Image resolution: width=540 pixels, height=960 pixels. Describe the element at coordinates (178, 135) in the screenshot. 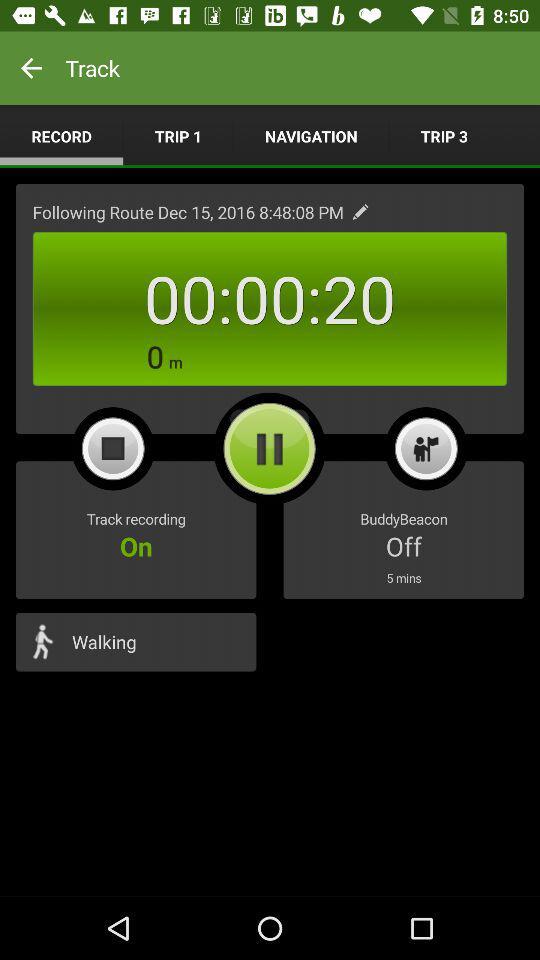

I see `the item above the following route dec` at that location.